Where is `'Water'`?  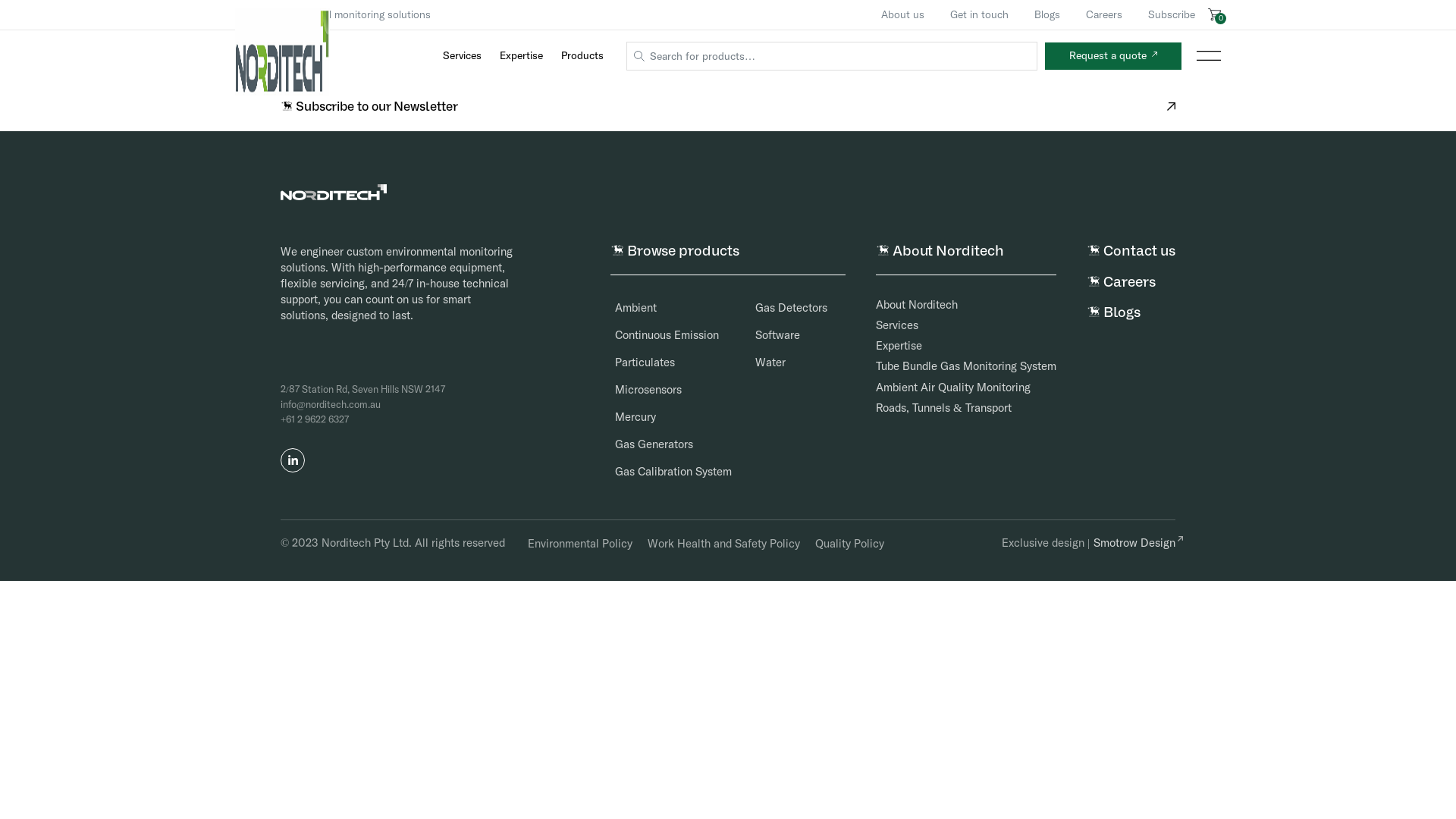
'Water' is located at coordinates (760, 362).